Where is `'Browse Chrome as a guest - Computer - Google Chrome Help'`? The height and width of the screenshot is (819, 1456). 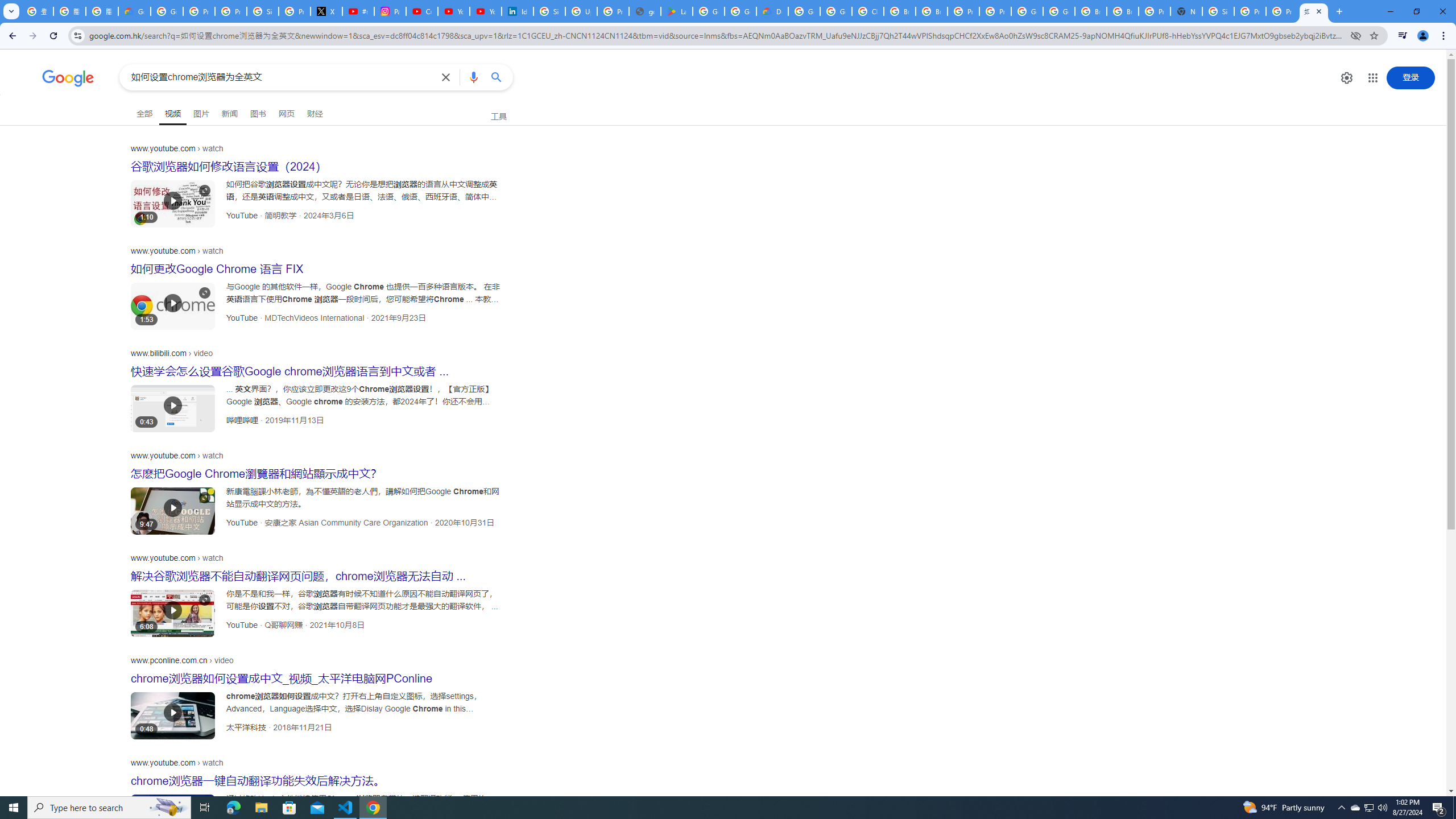
'Browse Chrome as a guest - Computer - Google Chrome Help' is located at coordinates (899, 11).